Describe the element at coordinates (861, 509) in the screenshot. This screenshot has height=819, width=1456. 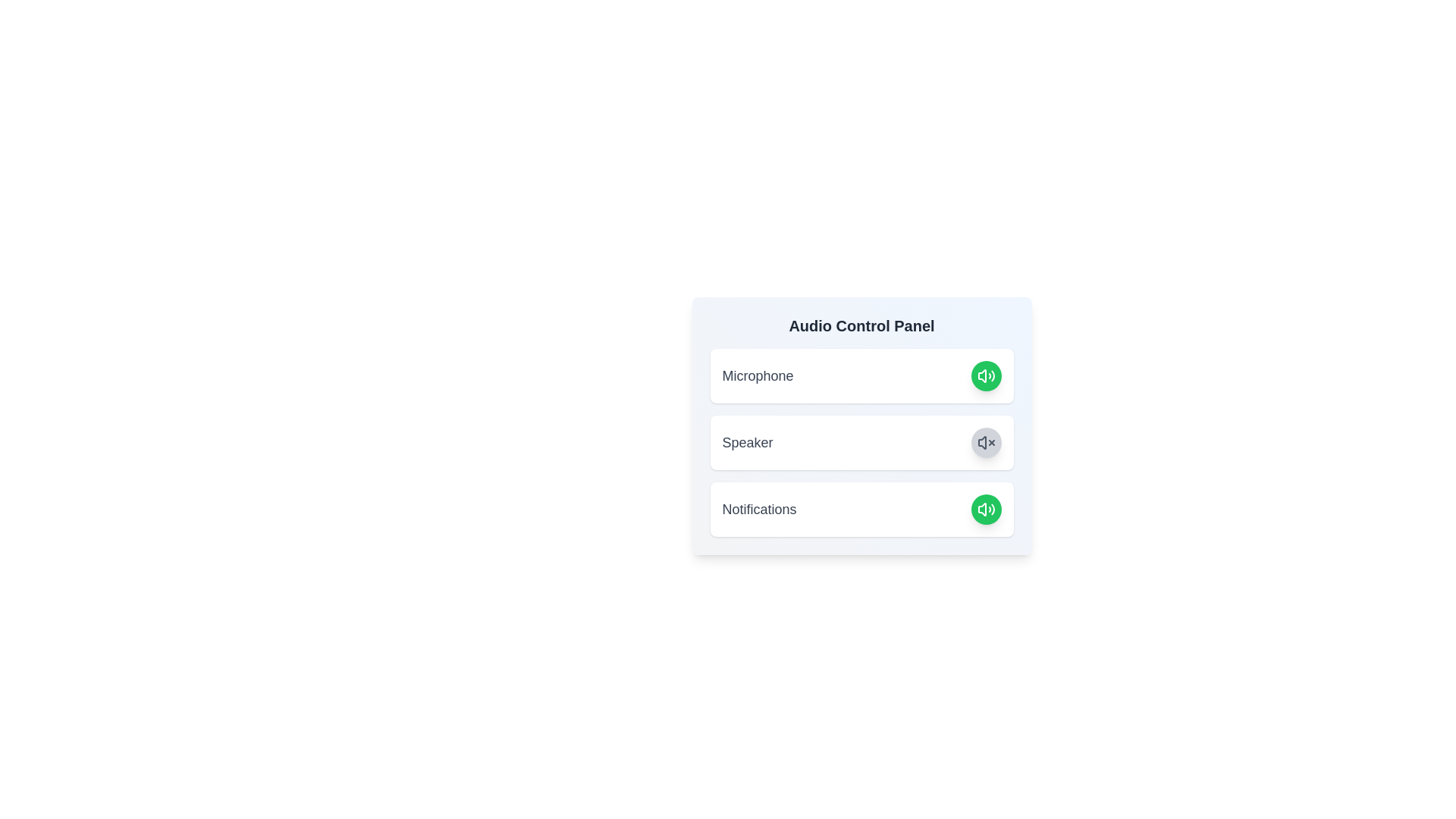
I see `the toggle button on the interactive panel for notifications, which is the third panel below the 'Microphone' and 'Speaker' panels in the 'Audio Control Panel'` at that location.